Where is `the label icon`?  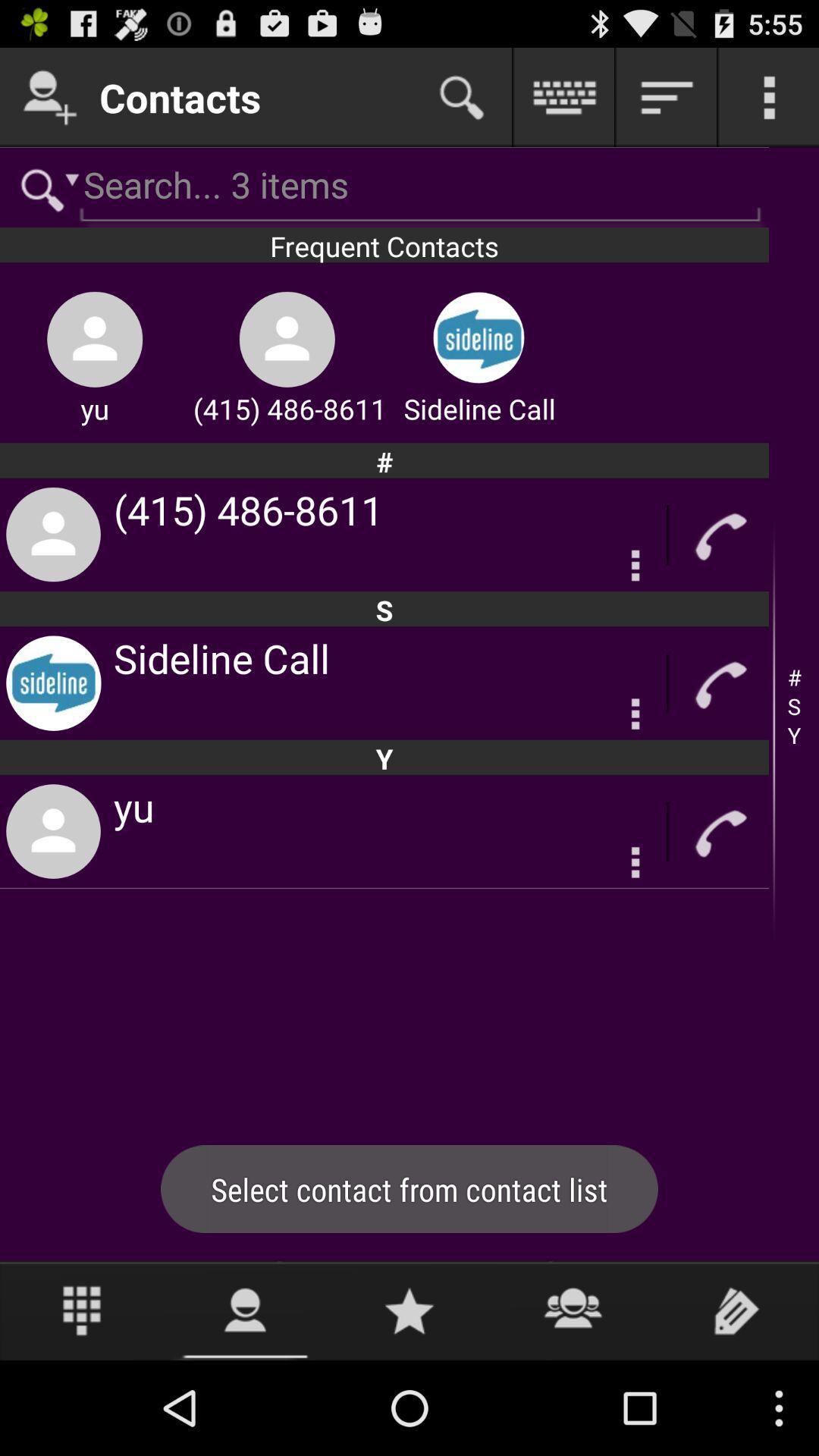
the label icon is located at coordinates (736, 1401).